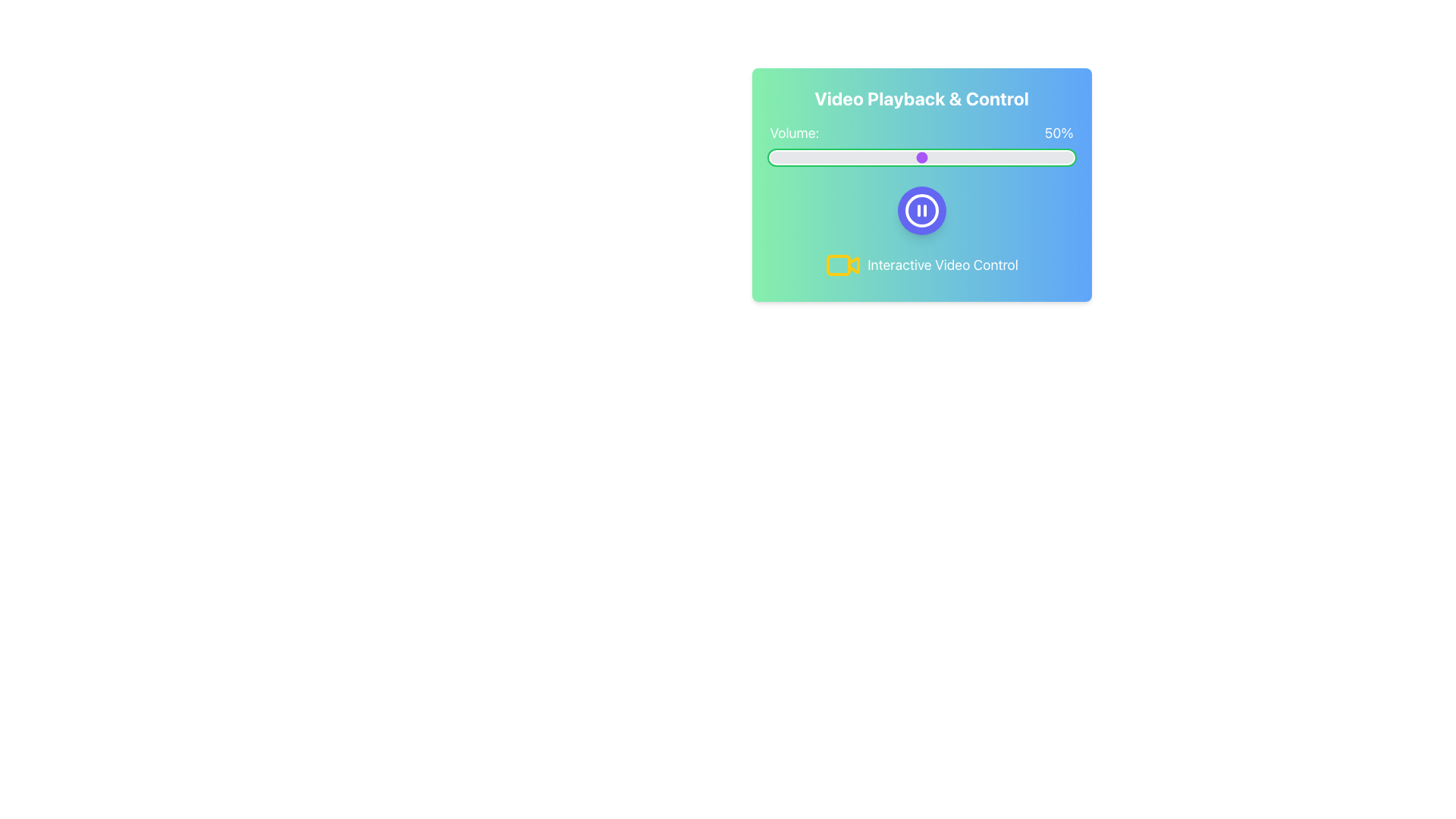  What do you see at coordinates (1012, 158) in the screenshot?
I see `the volume` at bounding box center [1012, 158].